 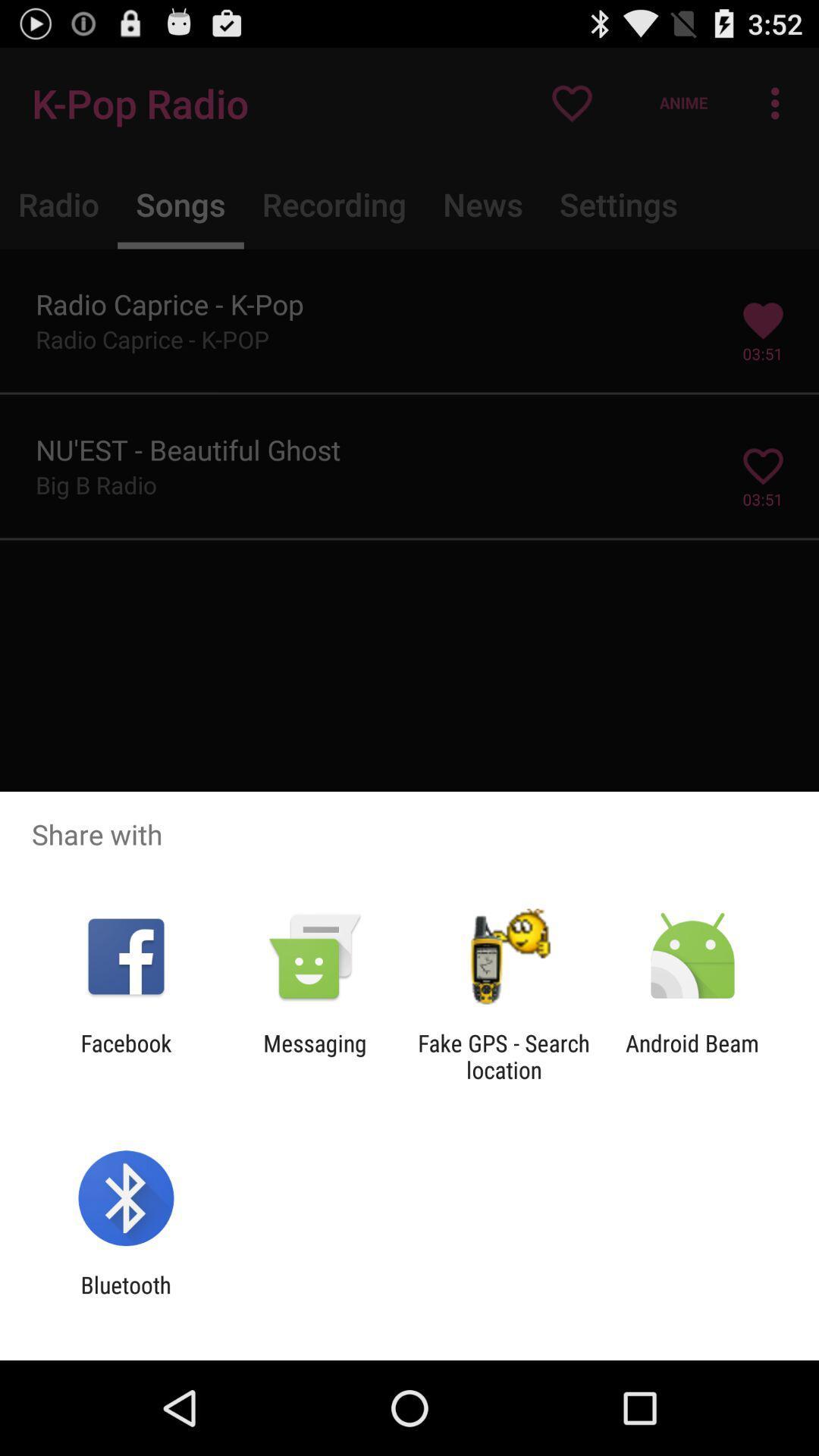 What do you see at coordinates (125, 1298) in the screenshot?
I see `the bluetooth icon` at bounding box center [125, 1298].